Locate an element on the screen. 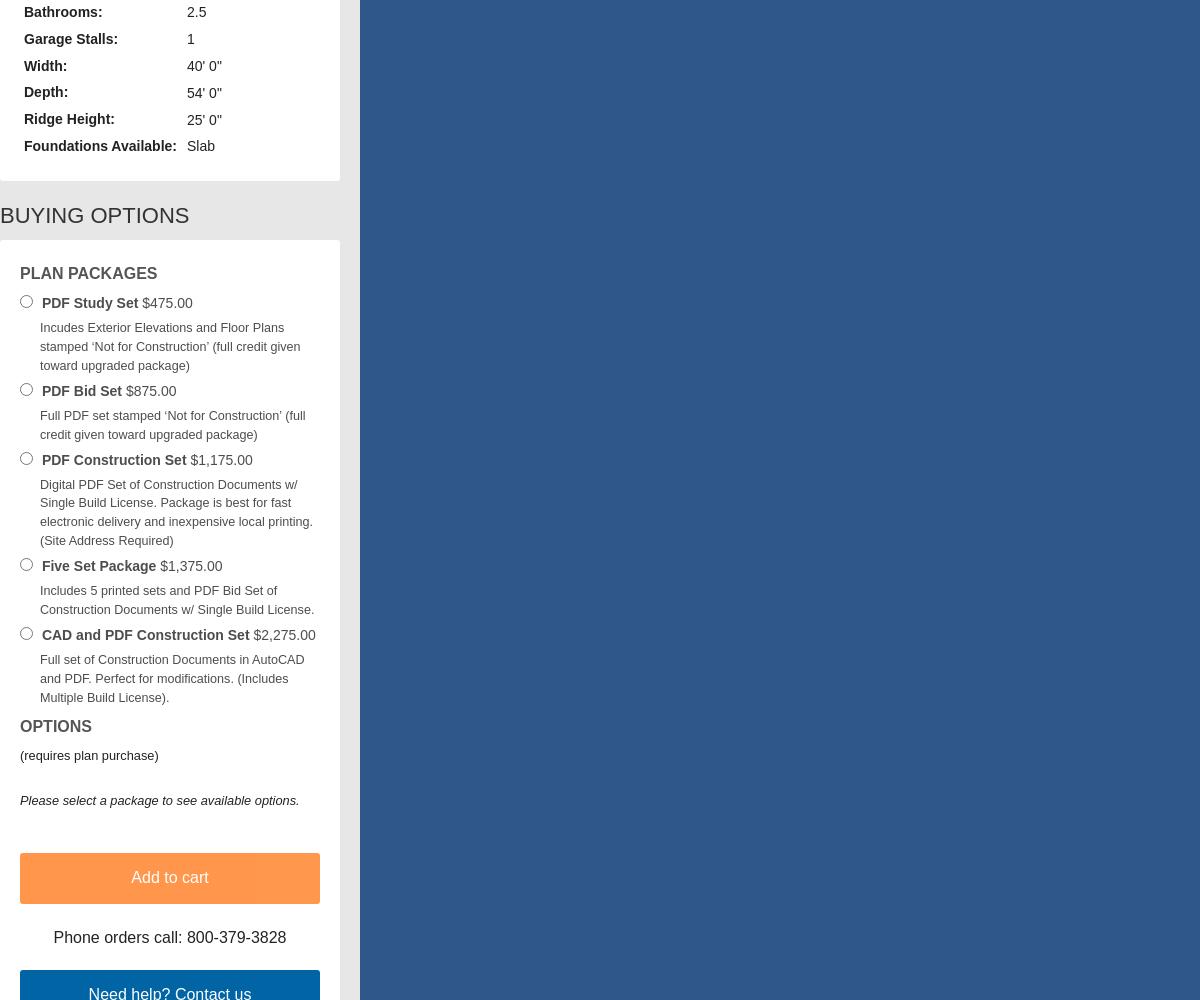  '$1,375.00' is located at coordinates (188, 565).